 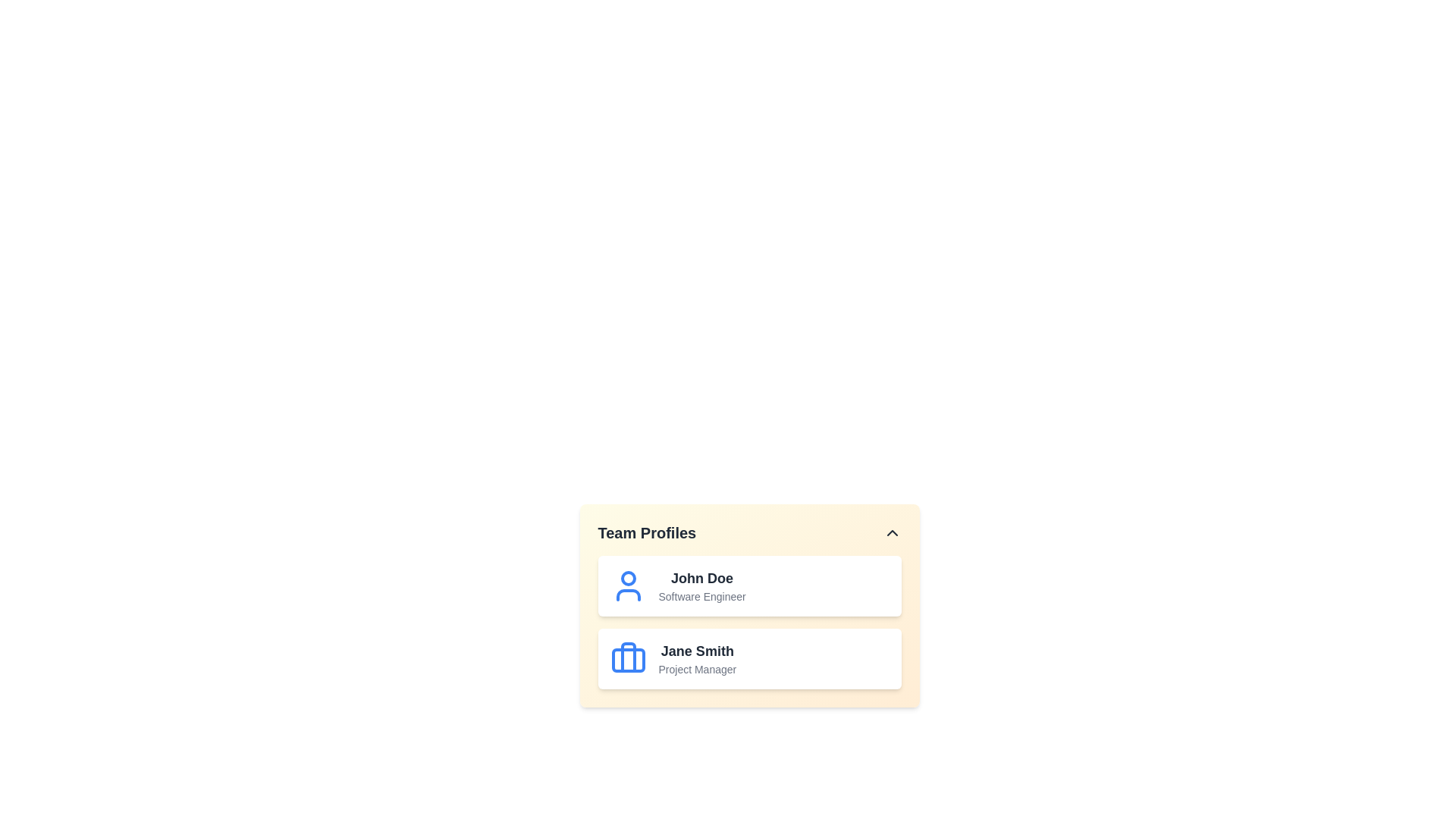 I want to click on the blue suitcase icon located next to Jane Smith's name and title, Project Manager, so click(x=628, y=657).